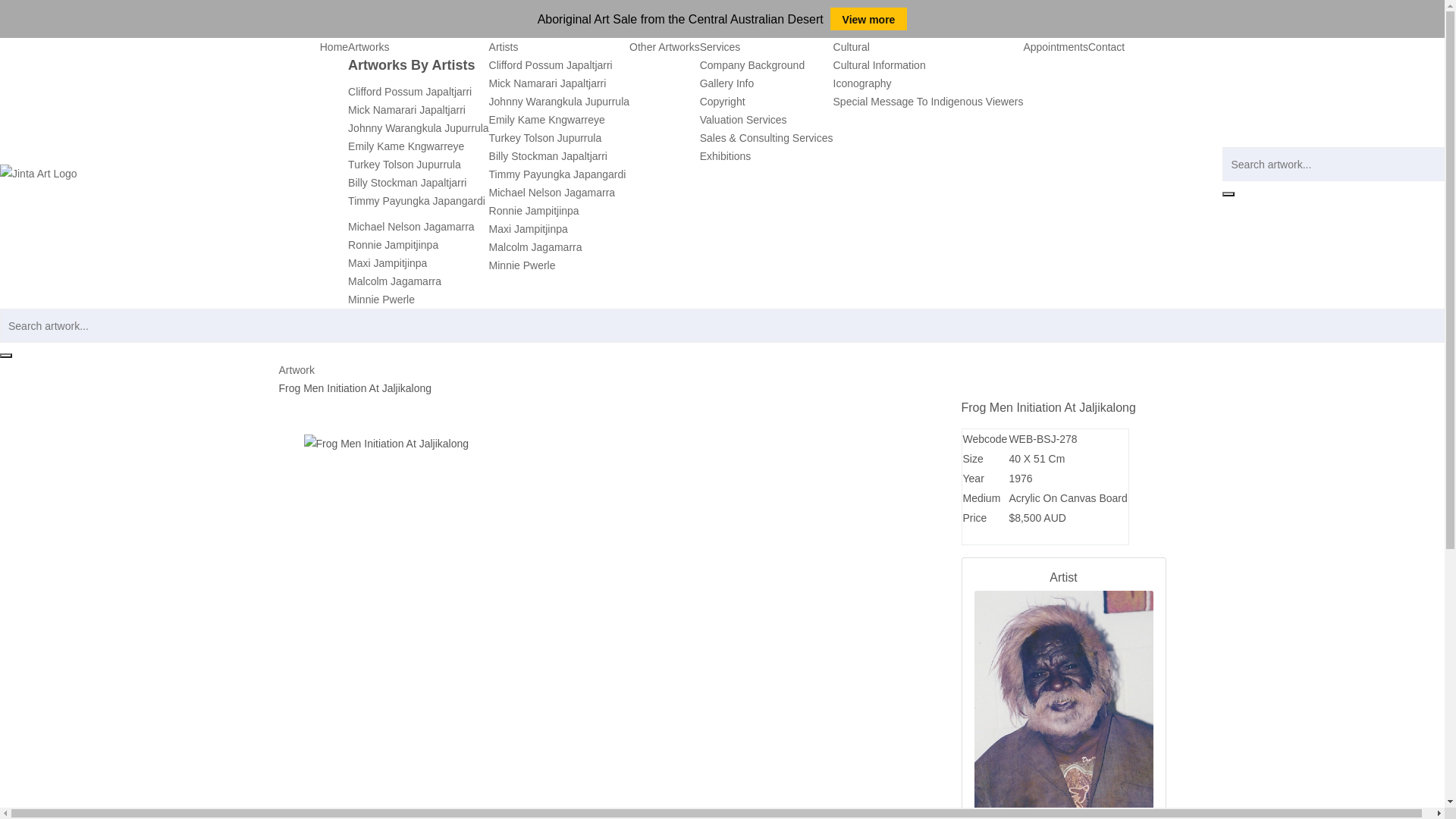 This screenshot has height=819, width=1456. I want to click on 'Gallery Info', so click(726, 83).